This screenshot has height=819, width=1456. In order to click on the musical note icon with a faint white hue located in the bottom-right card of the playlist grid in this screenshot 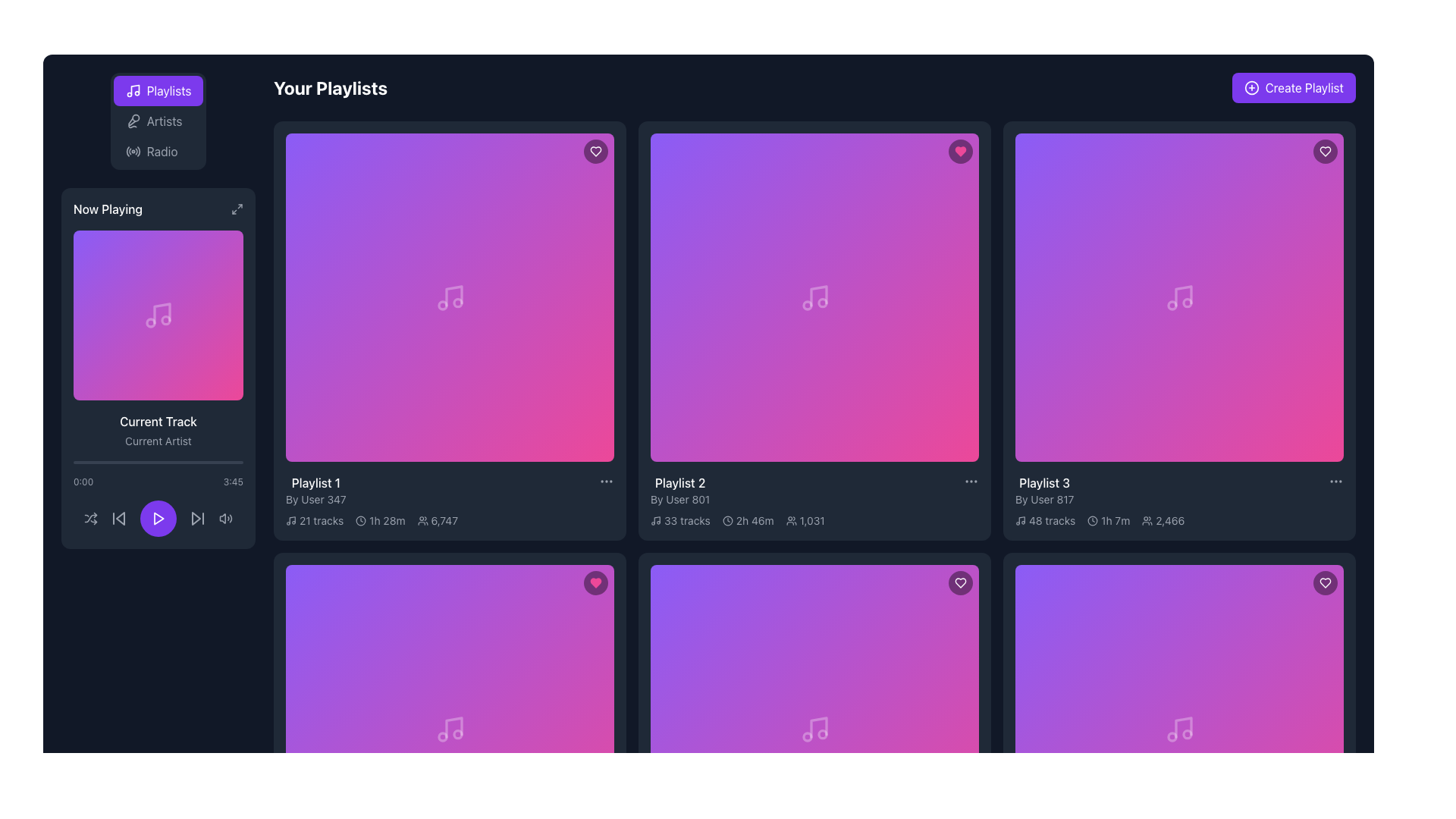, I will do `click(449, 728)`.